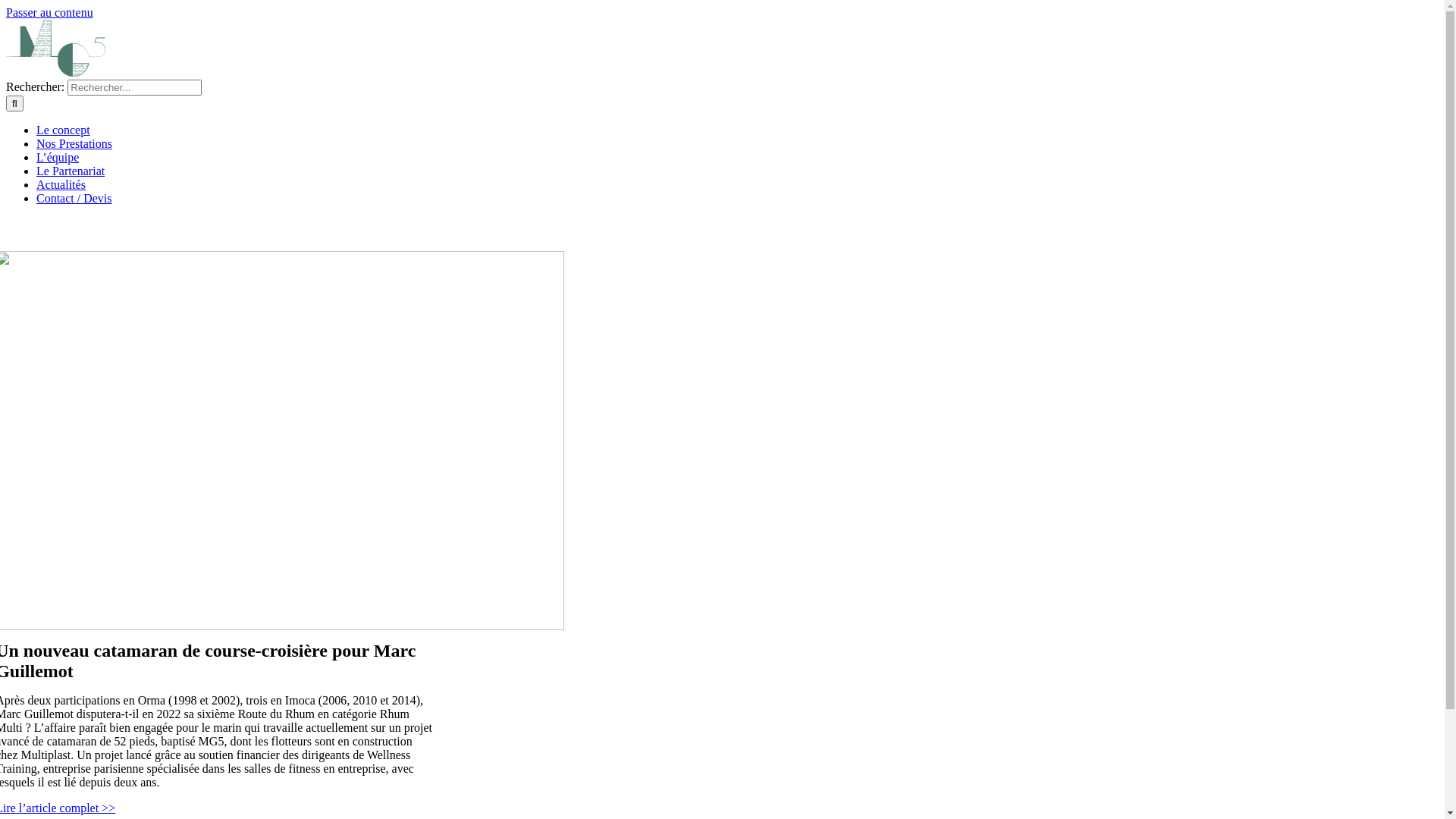 This screenshot has width=1456, height=819. I want to click on 'Contact / Devis', so click(73, 197).